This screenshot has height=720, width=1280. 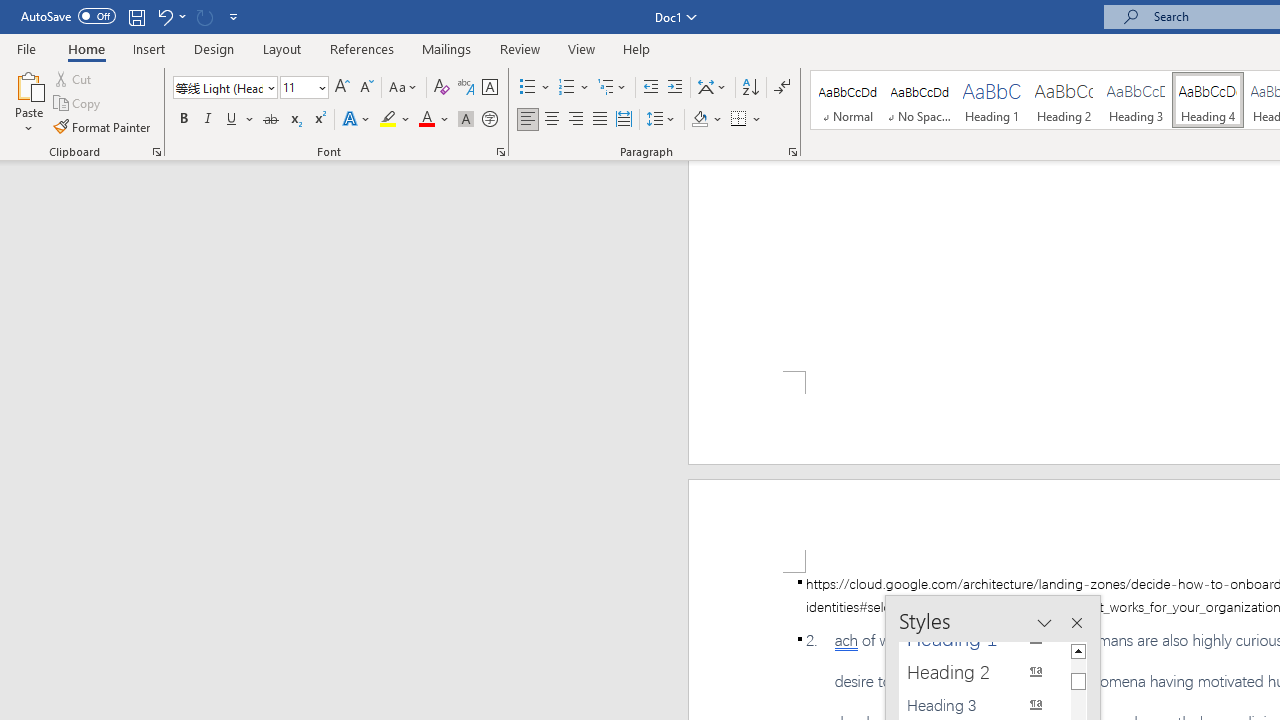 I want to click on 'Borders', so click(x=745, y=119).